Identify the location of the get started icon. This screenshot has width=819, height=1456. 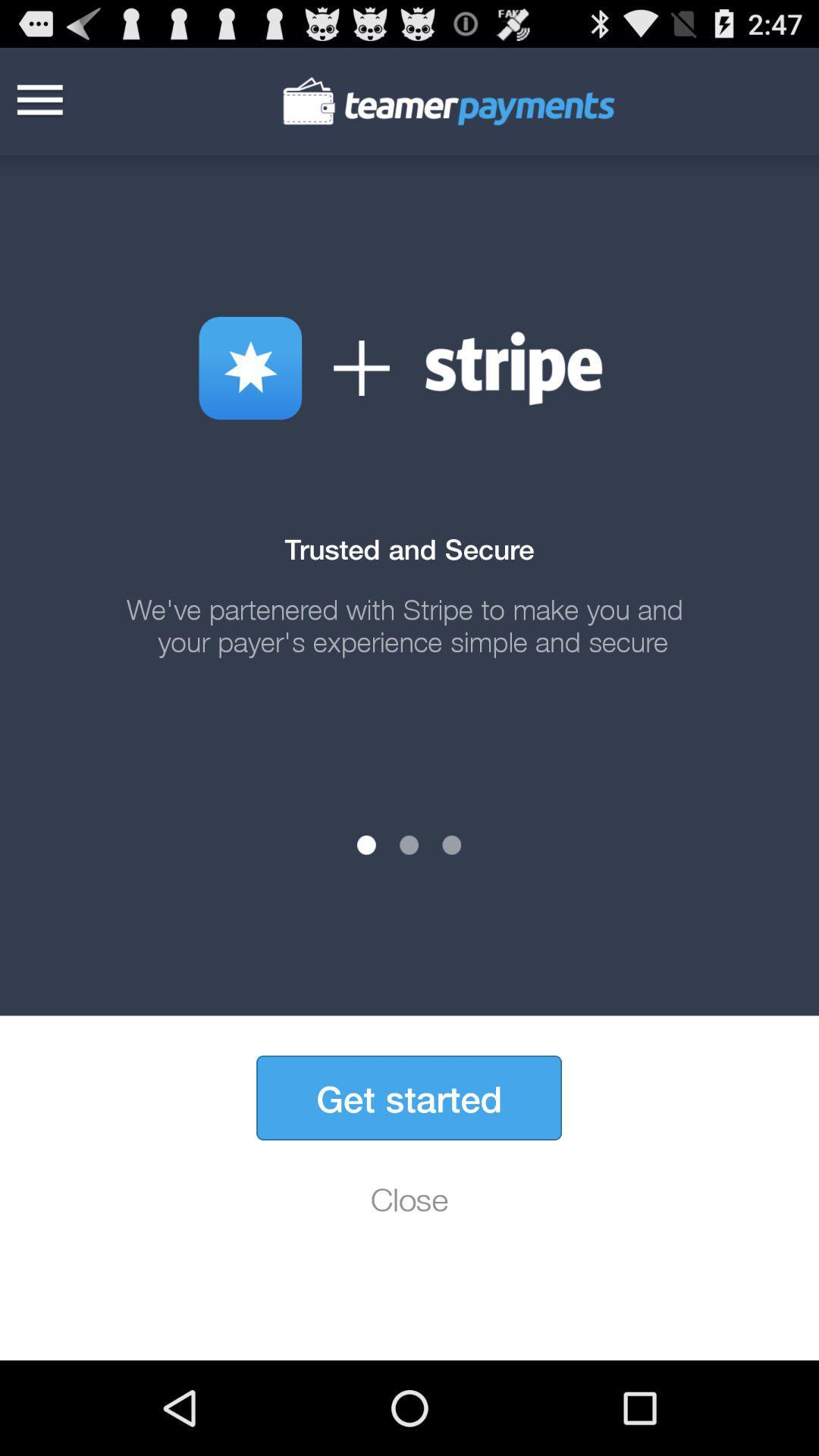
(408, 1097).